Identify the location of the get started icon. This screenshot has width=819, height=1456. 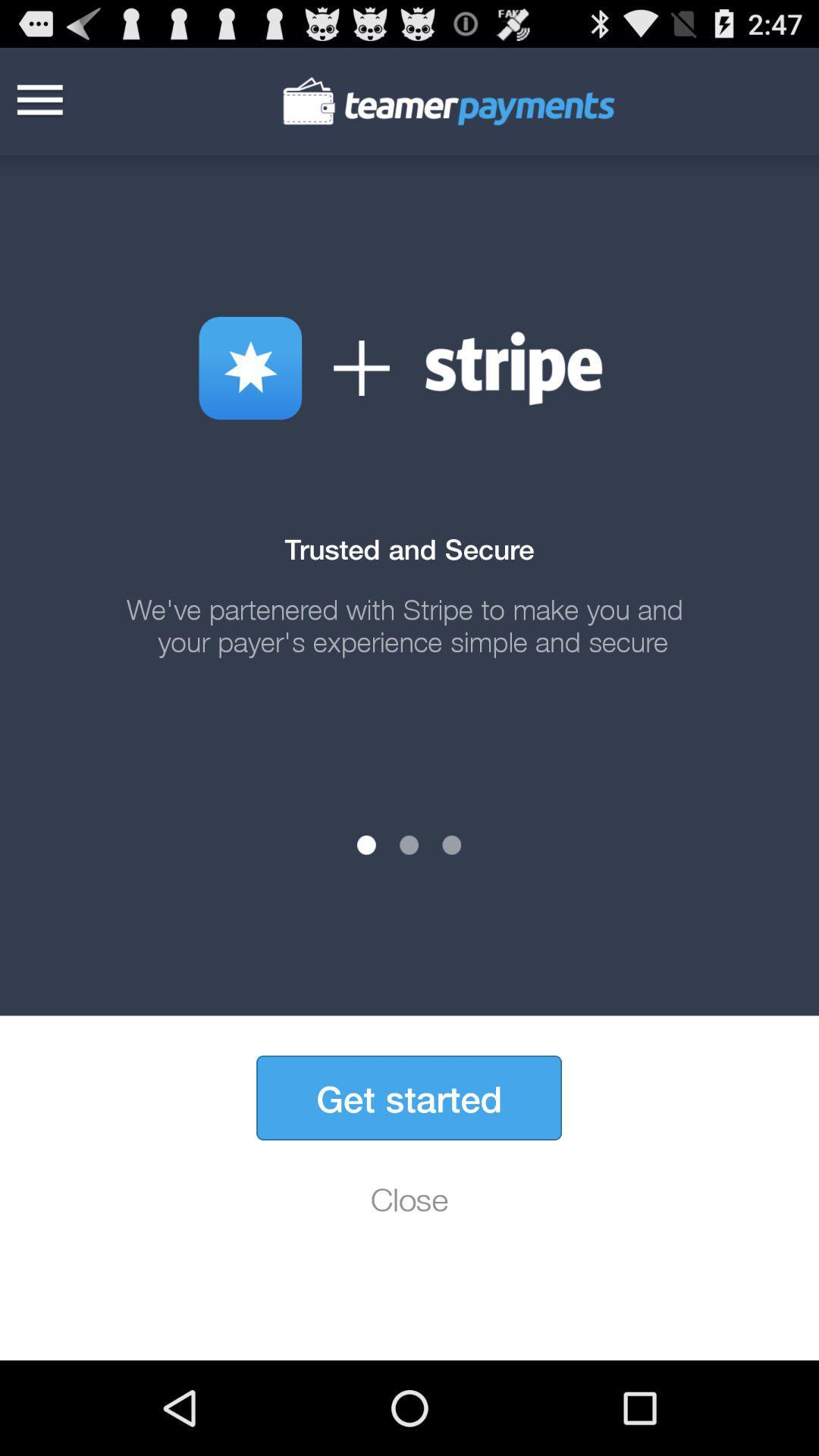
(408, 1097).